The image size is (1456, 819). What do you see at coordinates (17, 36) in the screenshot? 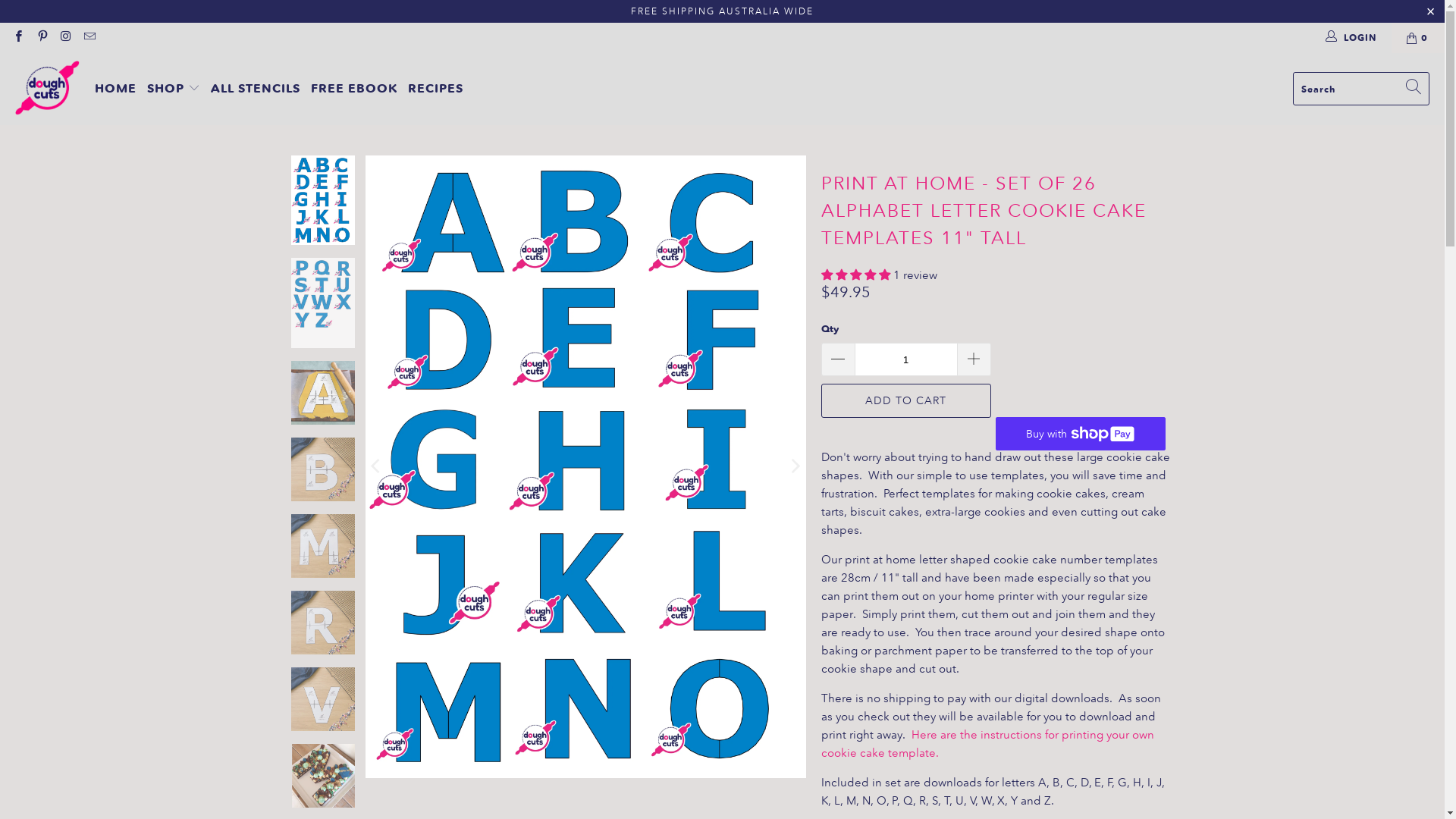
I see `'DoughCuts on Facebook'` at bounding box center [17, 36].